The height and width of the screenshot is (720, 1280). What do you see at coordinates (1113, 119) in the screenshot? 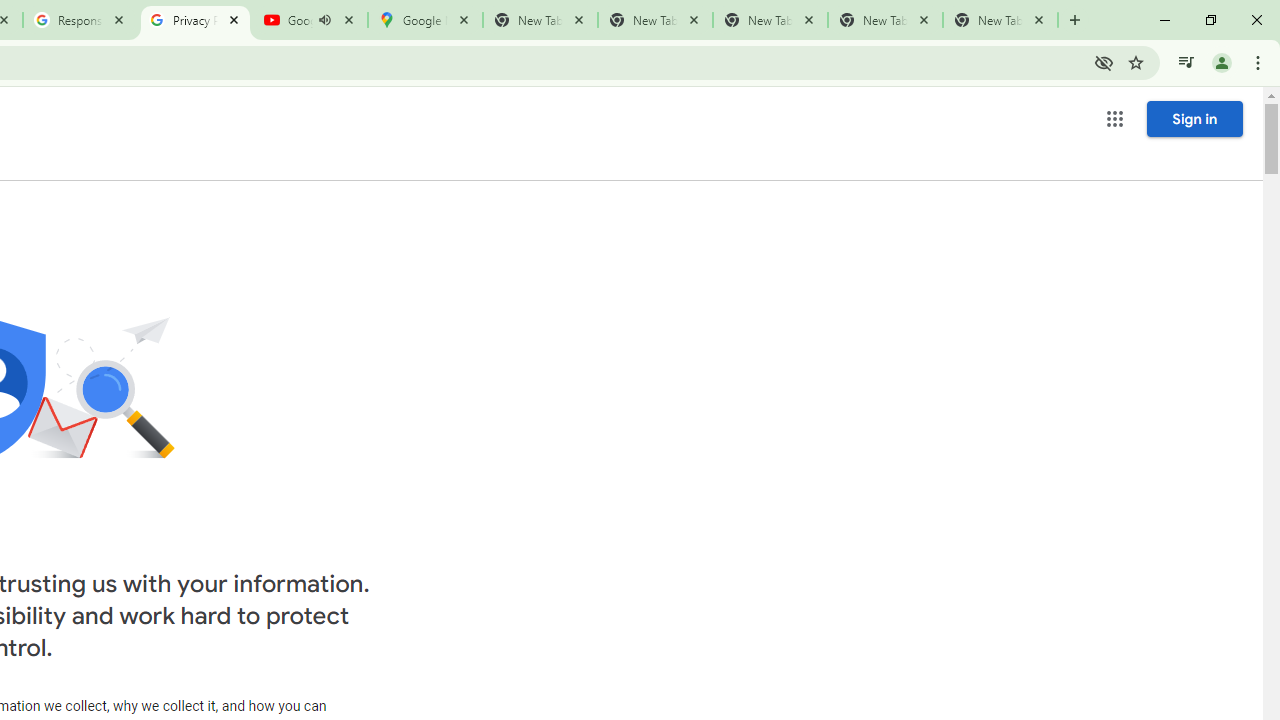
I see `'Google apps'` at bounding box center [1113, 119].